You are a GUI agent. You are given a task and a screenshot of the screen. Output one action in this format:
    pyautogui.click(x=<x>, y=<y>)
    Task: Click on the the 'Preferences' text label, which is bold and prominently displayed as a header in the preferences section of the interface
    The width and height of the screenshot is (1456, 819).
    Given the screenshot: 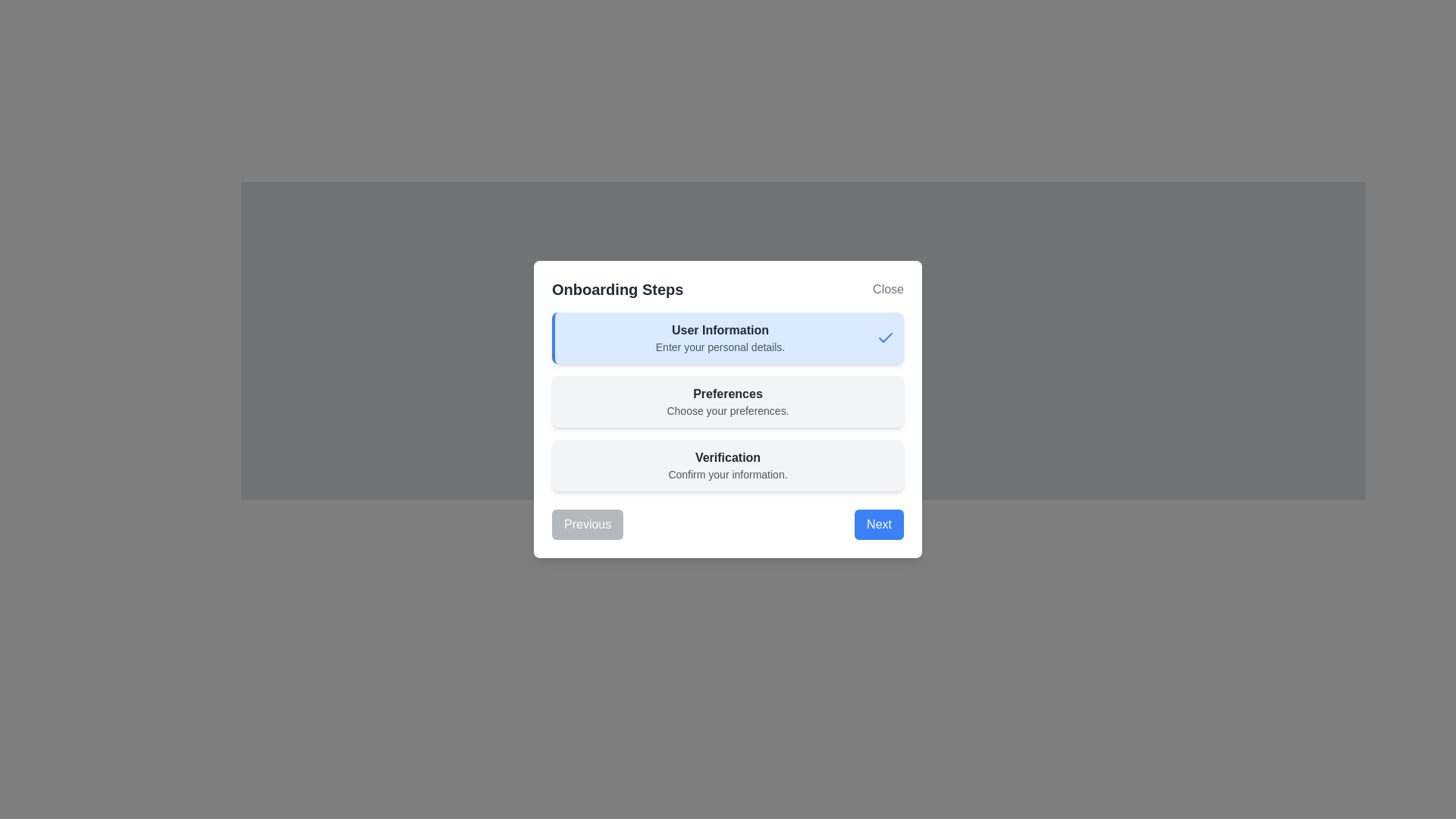 What is the action you would take?
    pyautogui.click(x=728, y=394)
    